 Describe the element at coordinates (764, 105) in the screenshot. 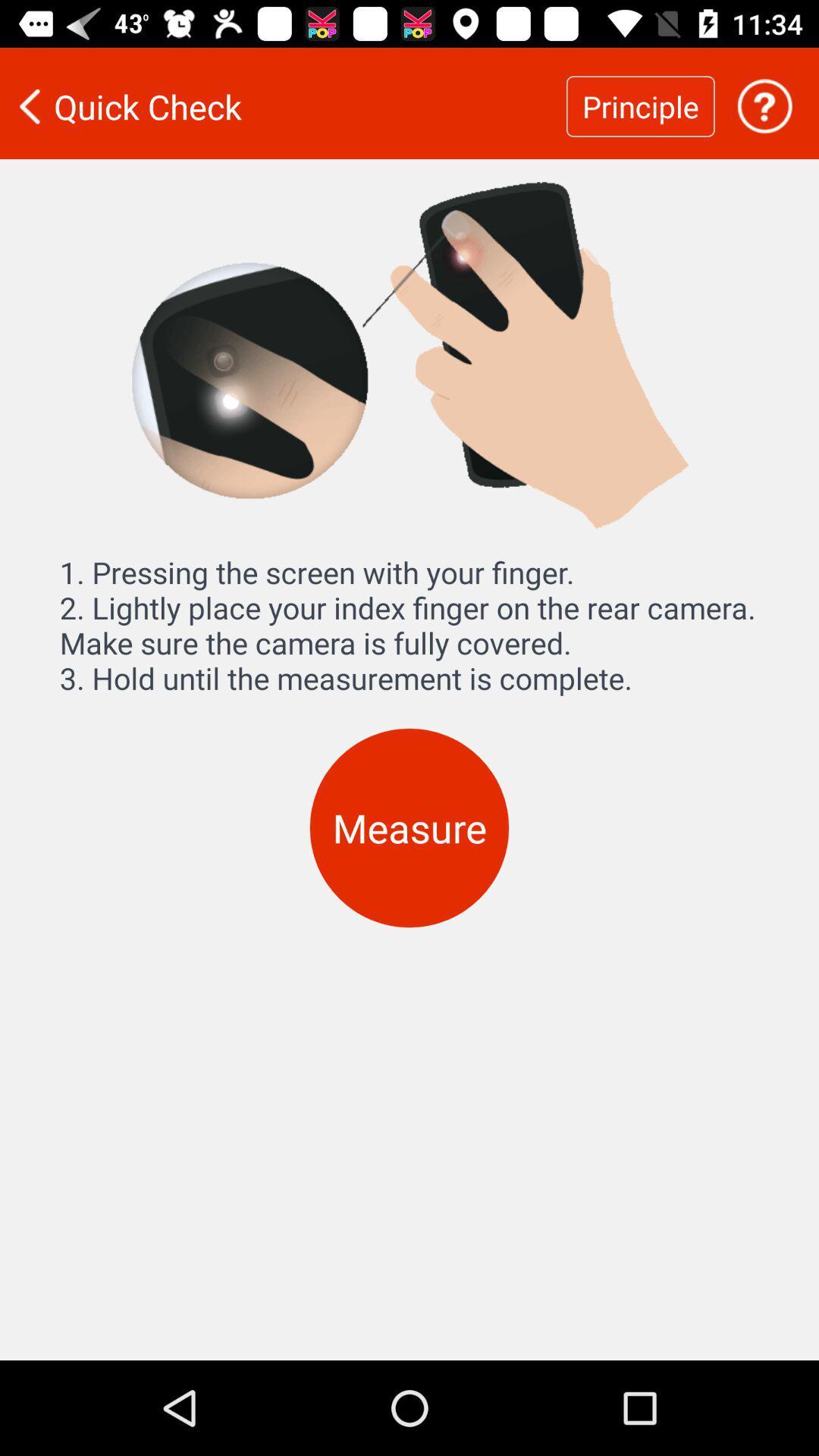

I see `item next to the principle icon` at that location.